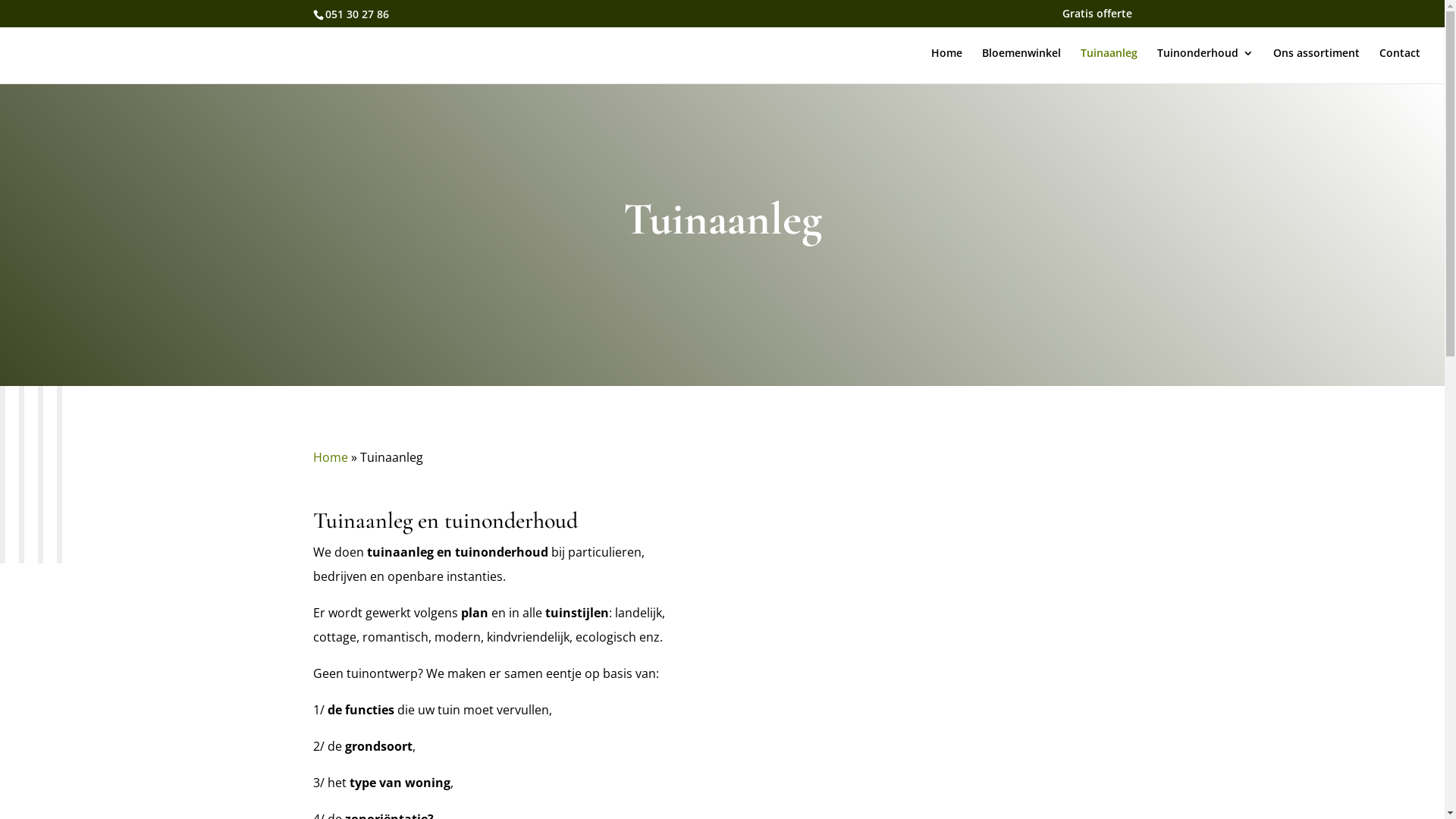 The width and height of the screenshot is (1456, 819). I want to click on 'Home', so click(946, 64).